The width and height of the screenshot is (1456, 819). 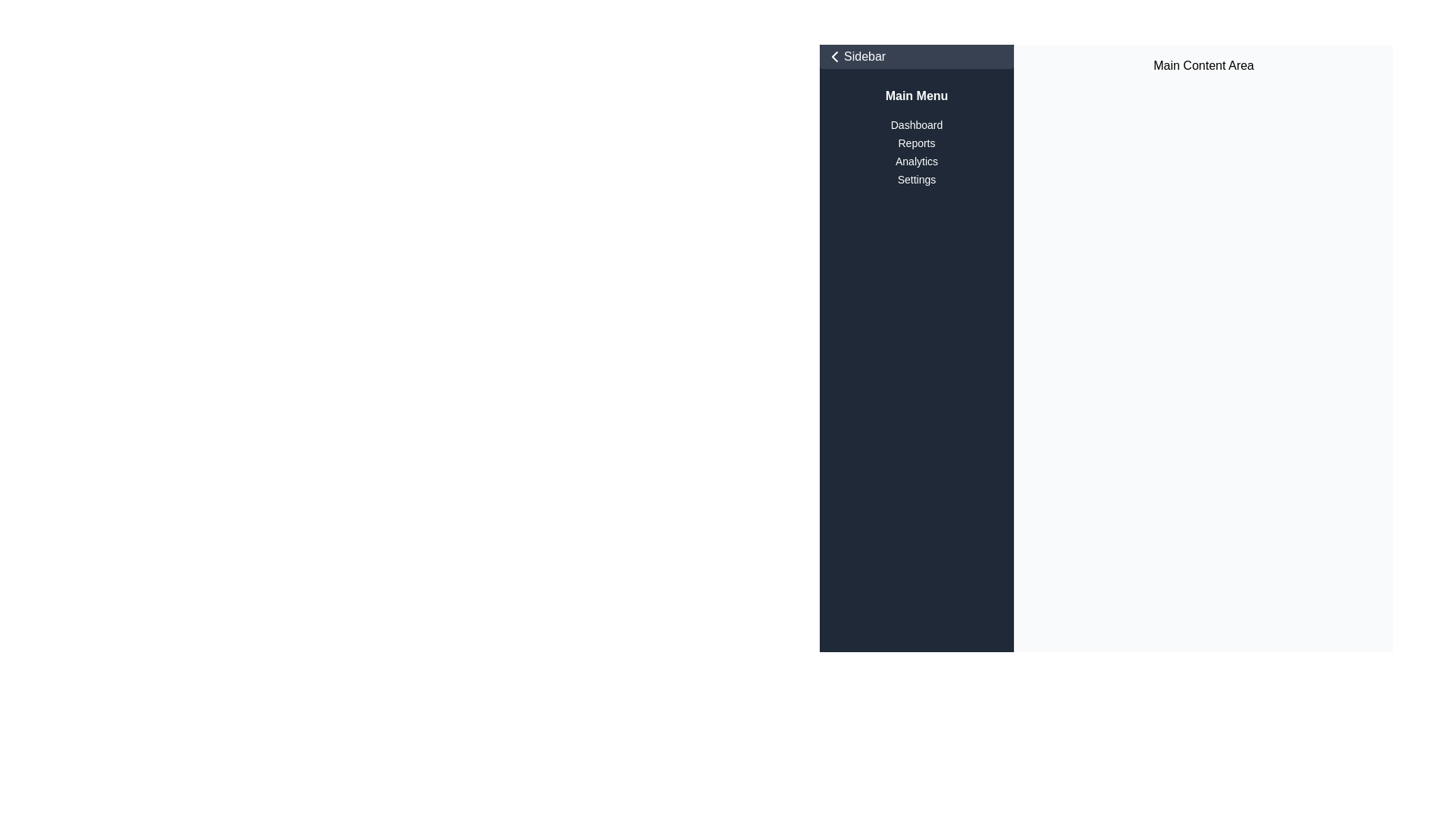 What do you see at coordinates (916, 96) in the screenshot?
I see `the label at the top of the sidebar that identifies the navigation section before the 'Dashboard' and 'Reports' menu items` at bounding box center [916, 96].